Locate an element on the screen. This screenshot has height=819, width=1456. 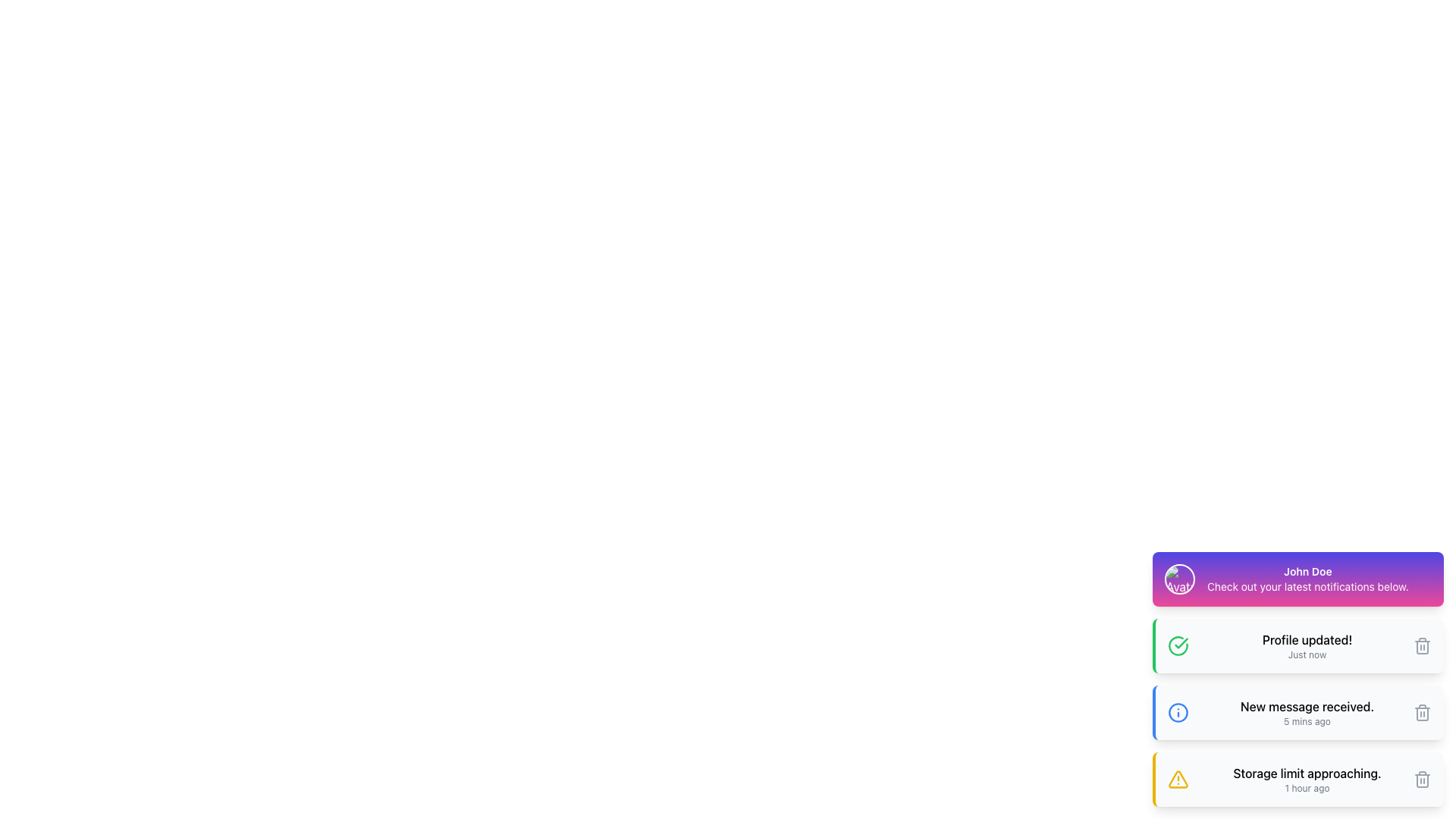
text content of the notification label that says 'Storage limit approaching.' located in the bottom-most notification card just above the timestamp '1 hour ago' is located at coordinates (1306, 773).